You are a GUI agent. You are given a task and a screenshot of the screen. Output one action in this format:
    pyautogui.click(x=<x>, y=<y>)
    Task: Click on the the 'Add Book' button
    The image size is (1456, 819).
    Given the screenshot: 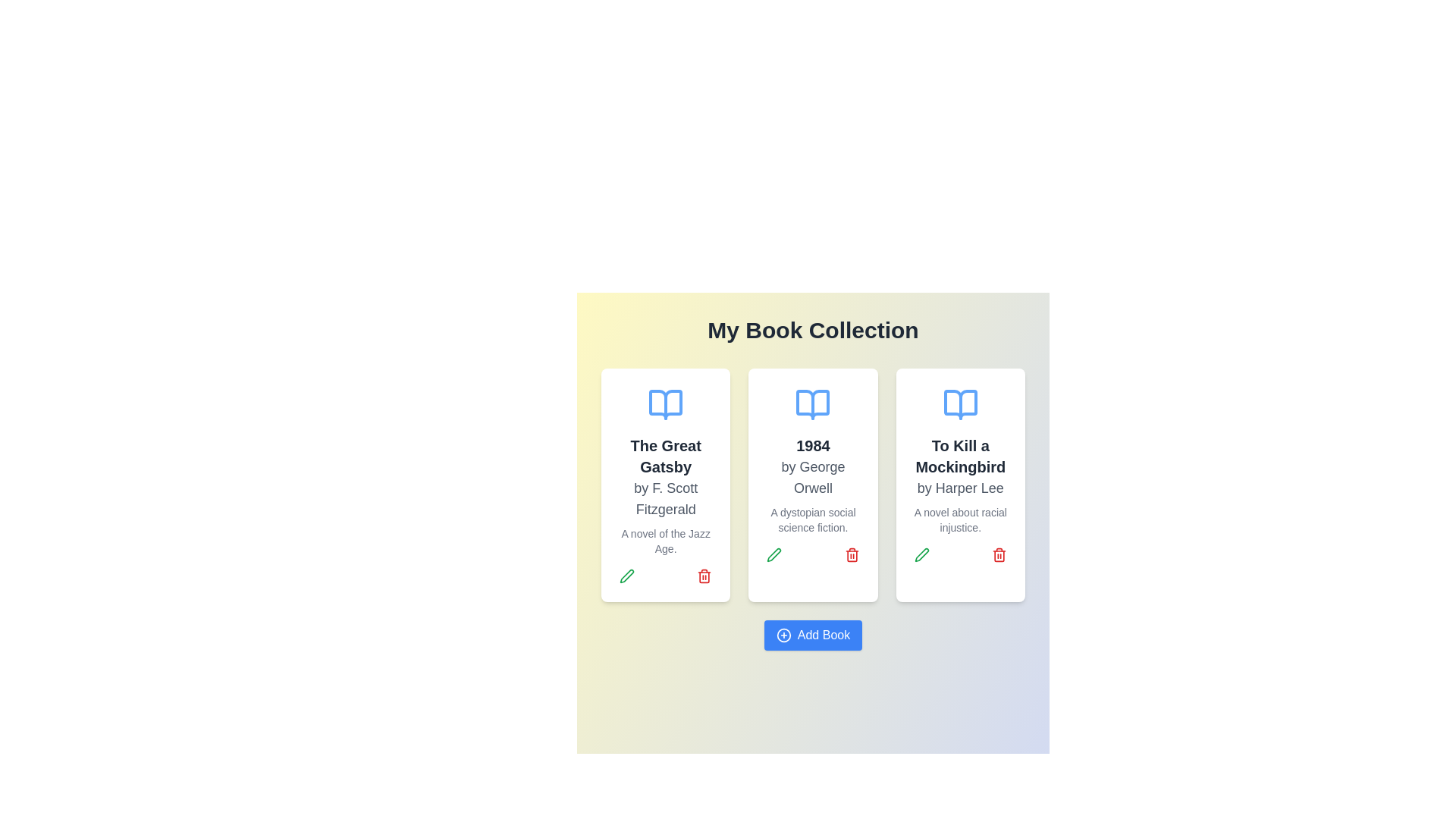 What is the action you would take?
    pyautogui.click(x=812, y=635)
    